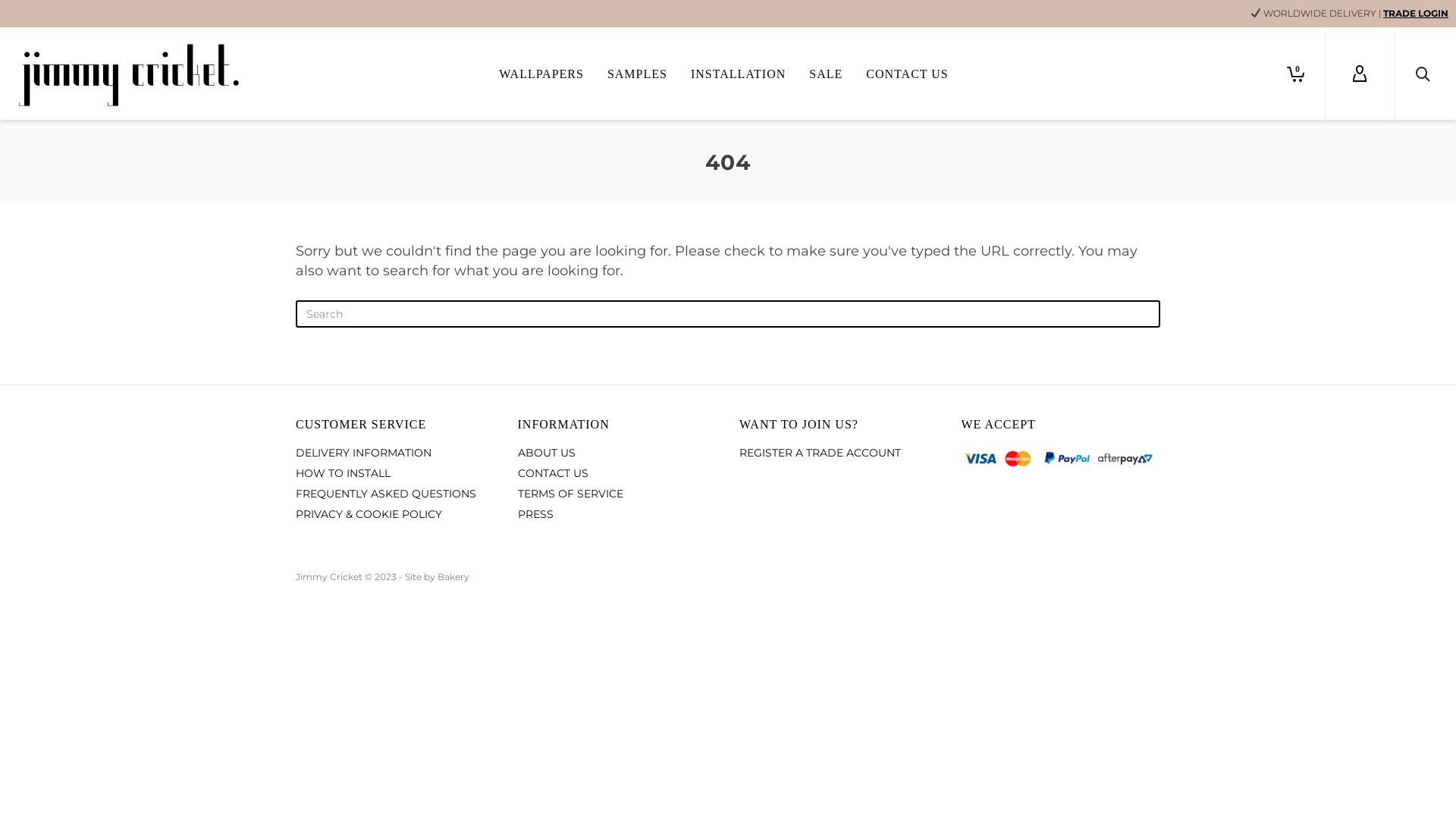 This screenshot has width=1456, height=819. I want to click on 'SAMPLES', so click(637, 74).